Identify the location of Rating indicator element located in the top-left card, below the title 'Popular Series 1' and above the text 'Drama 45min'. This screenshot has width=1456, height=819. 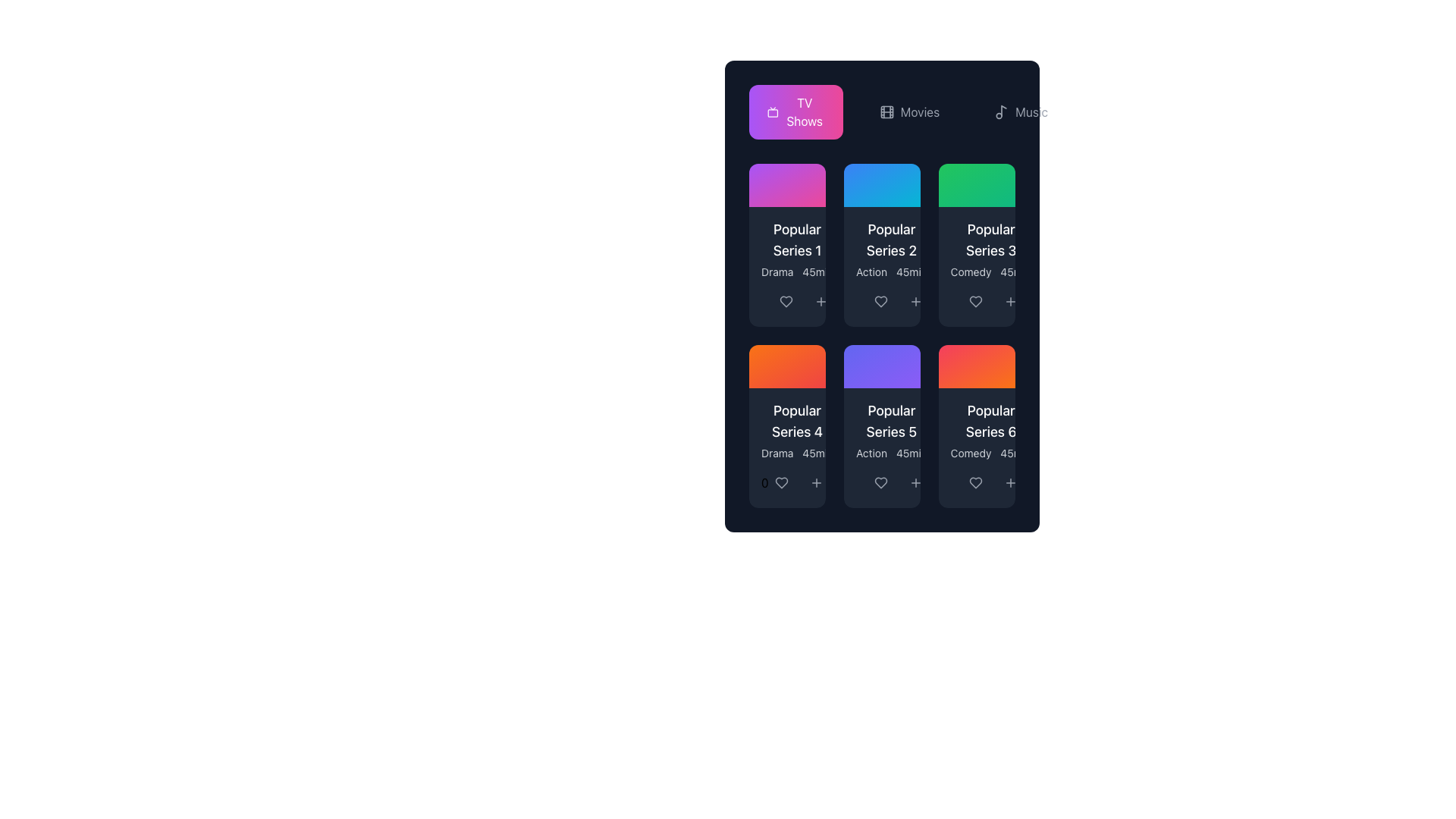
(852, 227).